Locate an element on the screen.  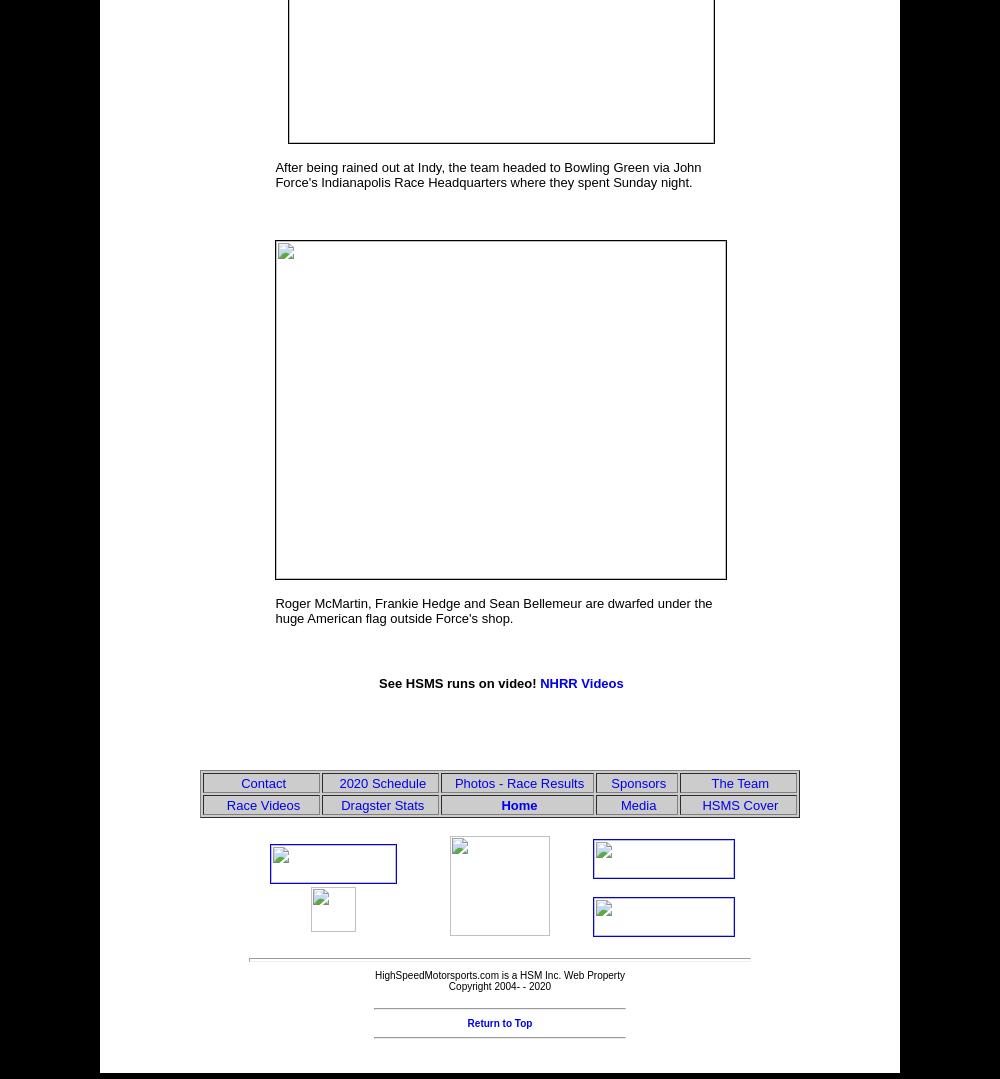
'HighSpeedMotorsports.com
is a HSM Inc. Web Property' is located at coordinates (375, 974).